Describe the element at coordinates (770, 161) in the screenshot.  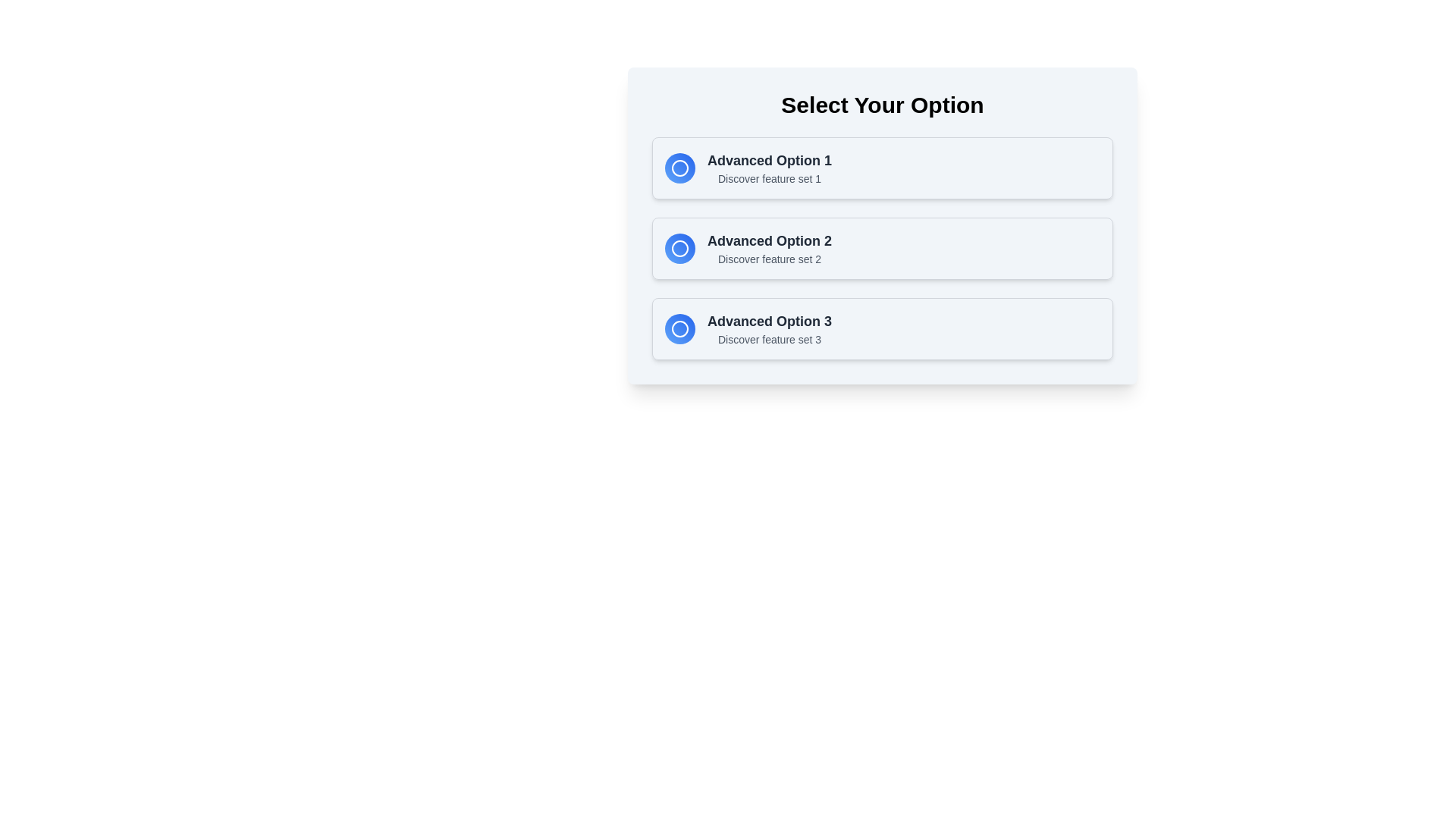
I see `the text label displaying 'Advanced Option 1', which is formatted with a larger font size, bold text, and dark gray color, located in the first item of a vertically arranged list, near the top and to the right of a circular button` at that location.